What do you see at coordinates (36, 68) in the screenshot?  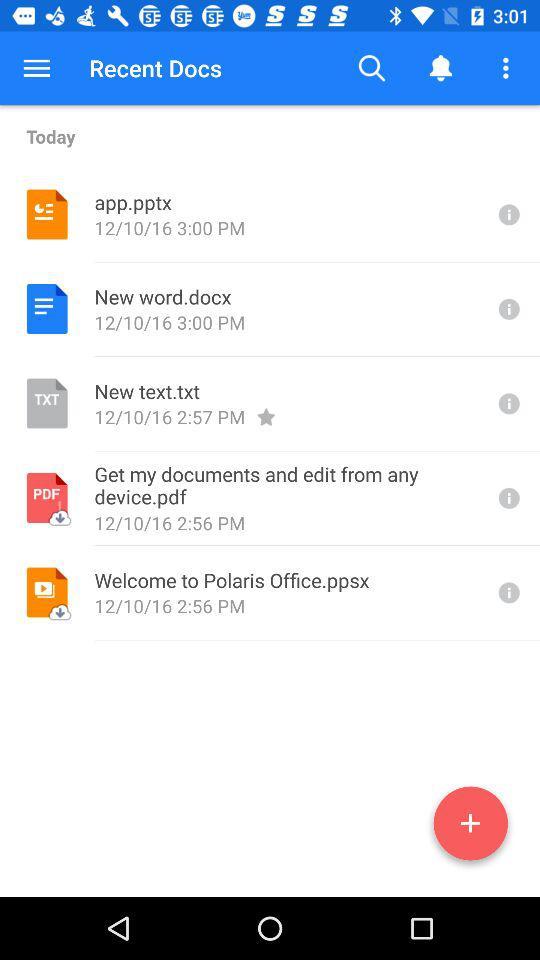 I see `the item next to recent docs item` at bounding box center [36, 68].